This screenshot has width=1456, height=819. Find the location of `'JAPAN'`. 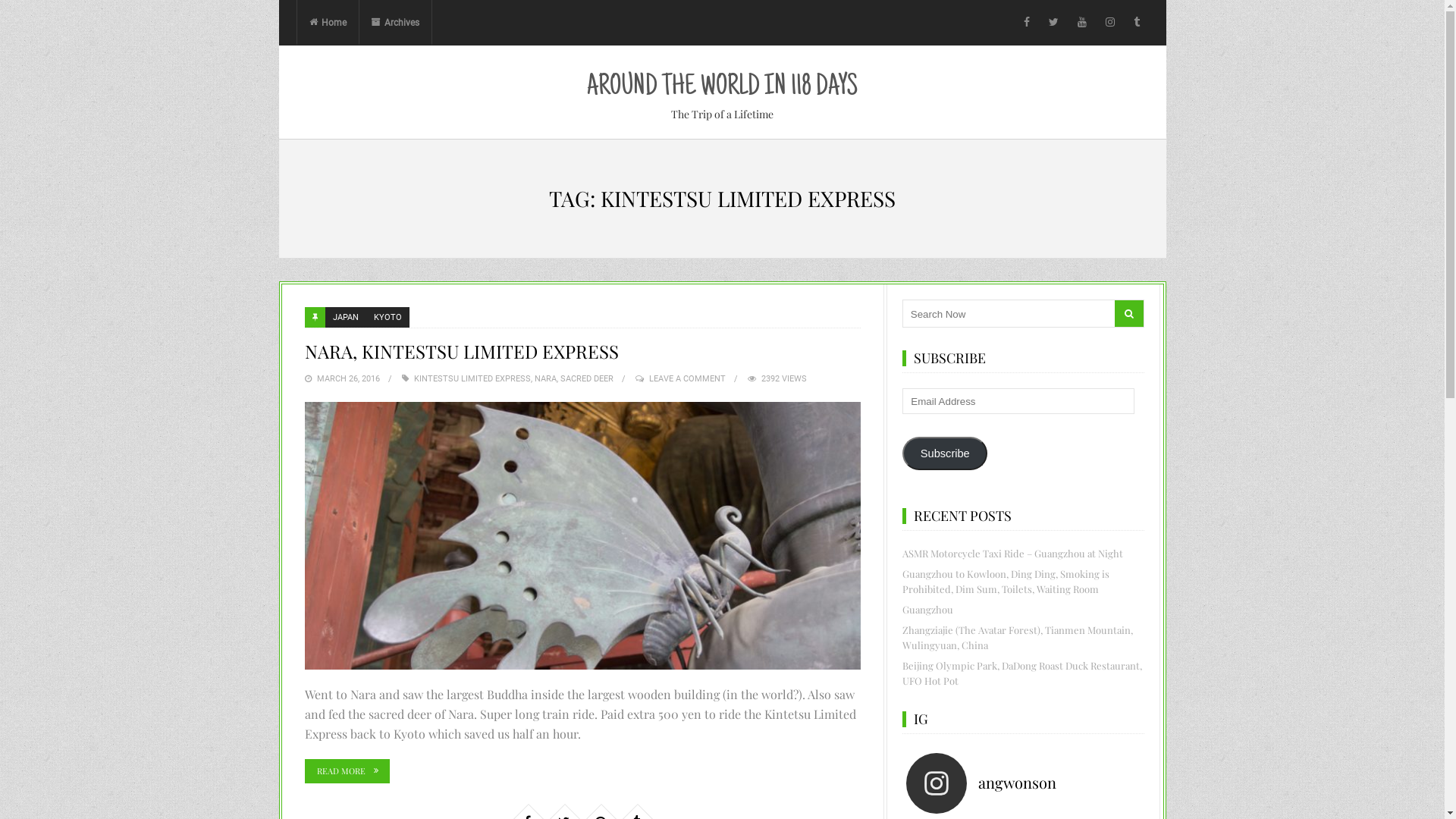

'JAPAN' is located at coordinates (344, 316).